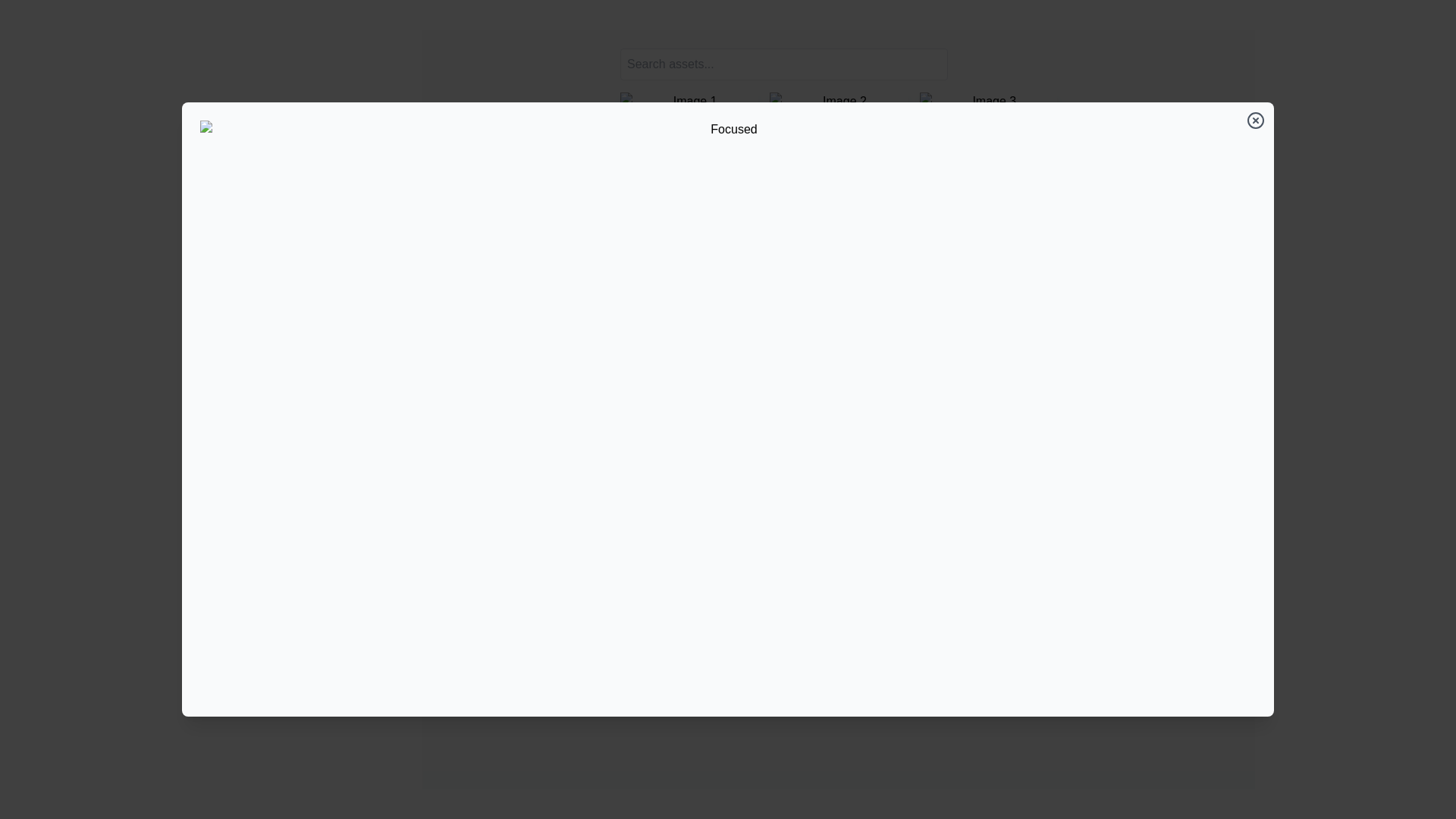 This screenshot has width=1456, height=819. I want to click on the thumbnail labeled 'Image 2', which is the second item in the first row of a grid layout, so click(837, 102).